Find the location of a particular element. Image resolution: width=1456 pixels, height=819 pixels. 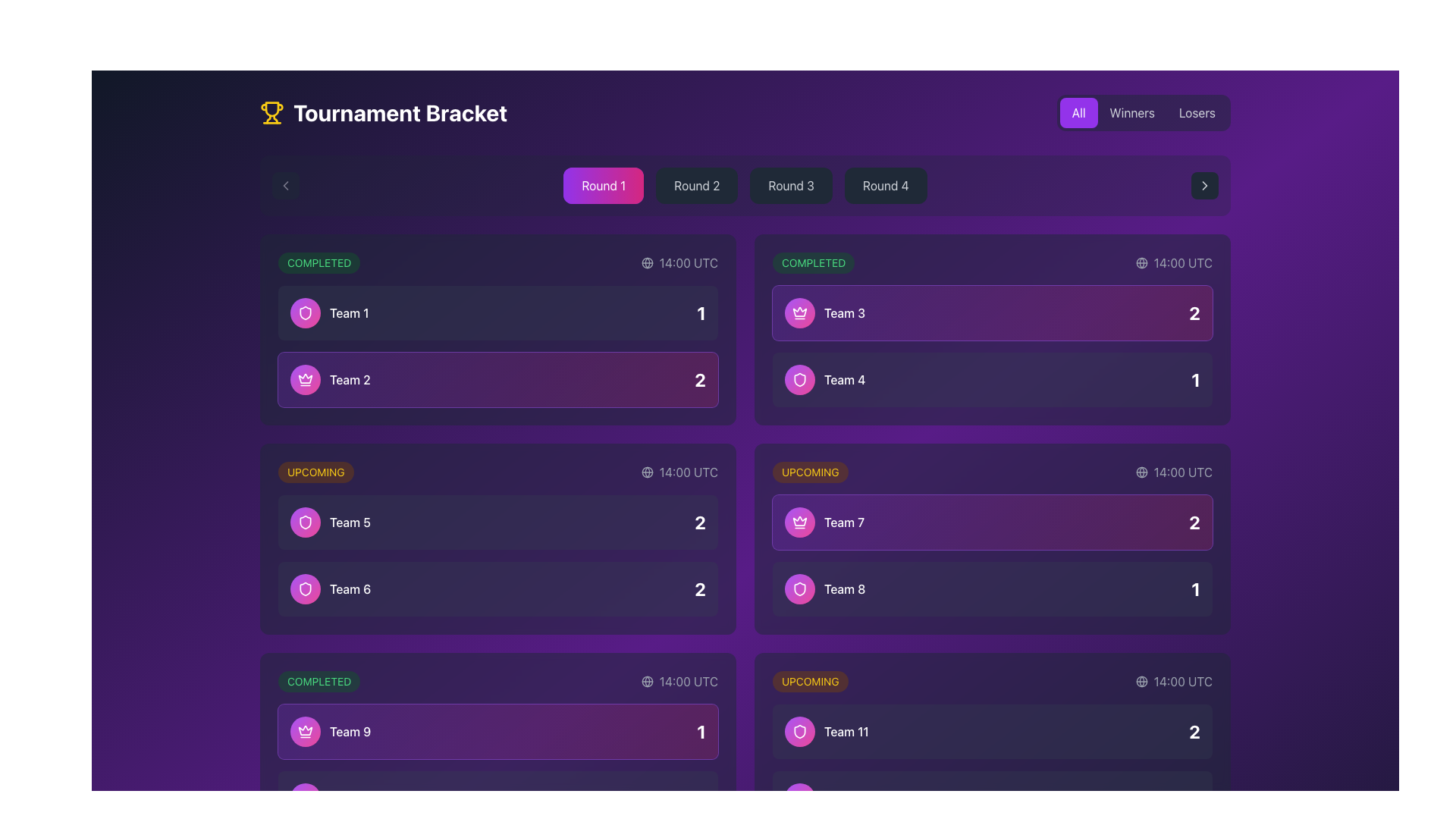

the text label that identifies 'Team 5' within the tournament bracket card, located in the 'Upcoming' section of the interface is located at coordinates (349, 522).